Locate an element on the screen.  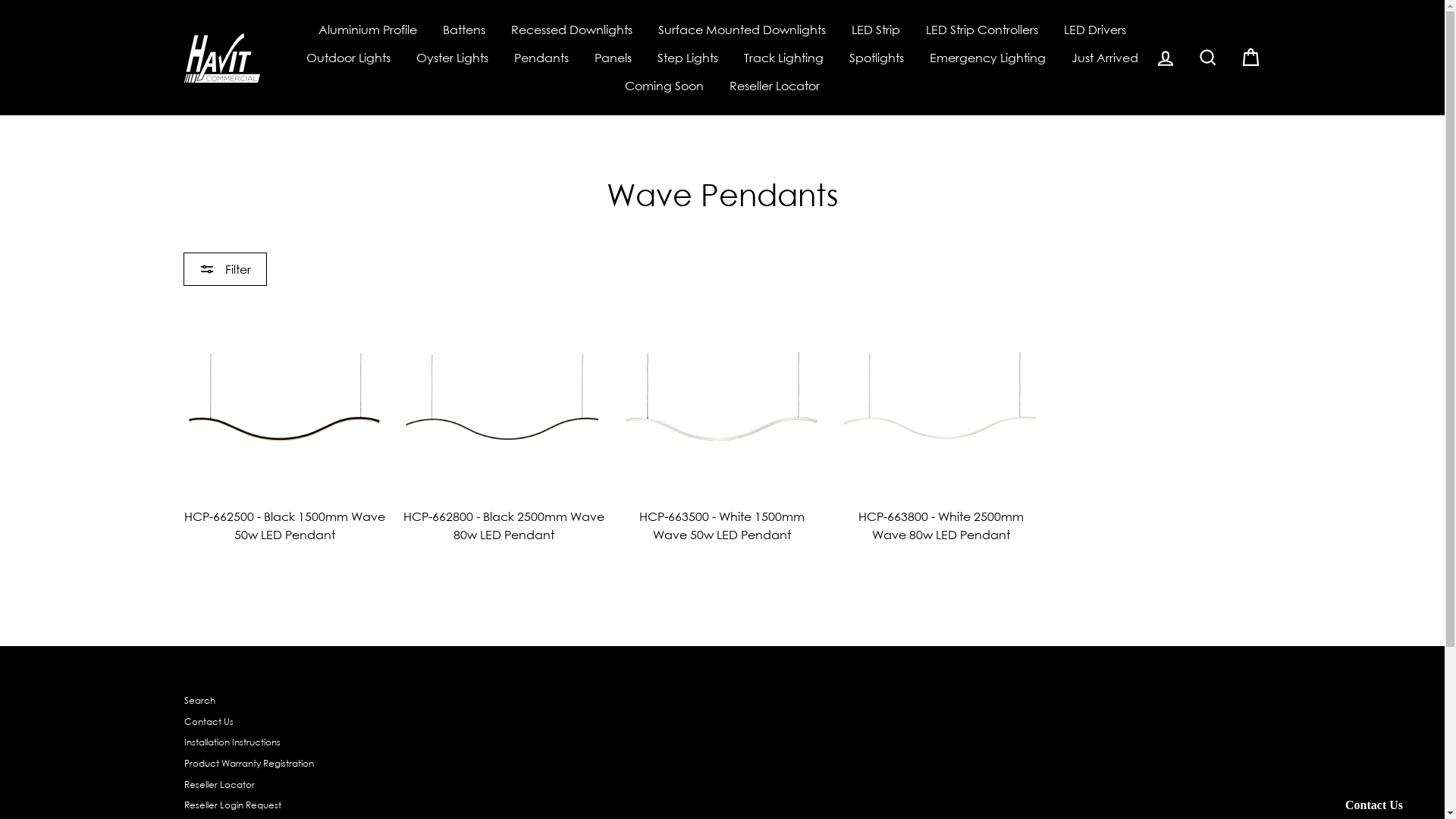
'Reseller Locator' is located at coordinates (774, 86).